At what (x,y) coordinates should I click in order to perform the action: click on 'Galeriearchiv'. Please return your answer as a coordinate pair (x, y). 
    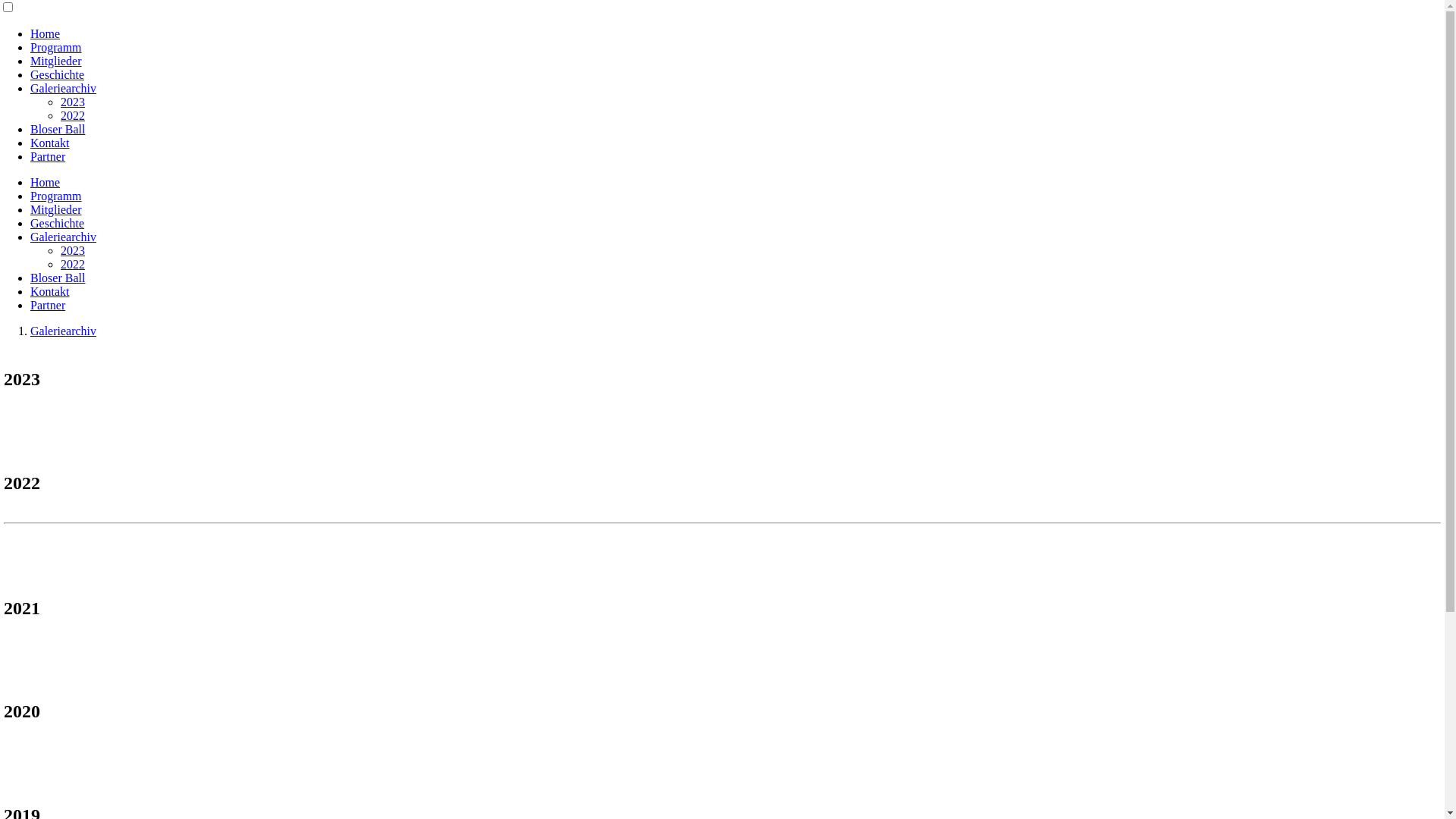
    Looking at the image, I should click on (62, 237).